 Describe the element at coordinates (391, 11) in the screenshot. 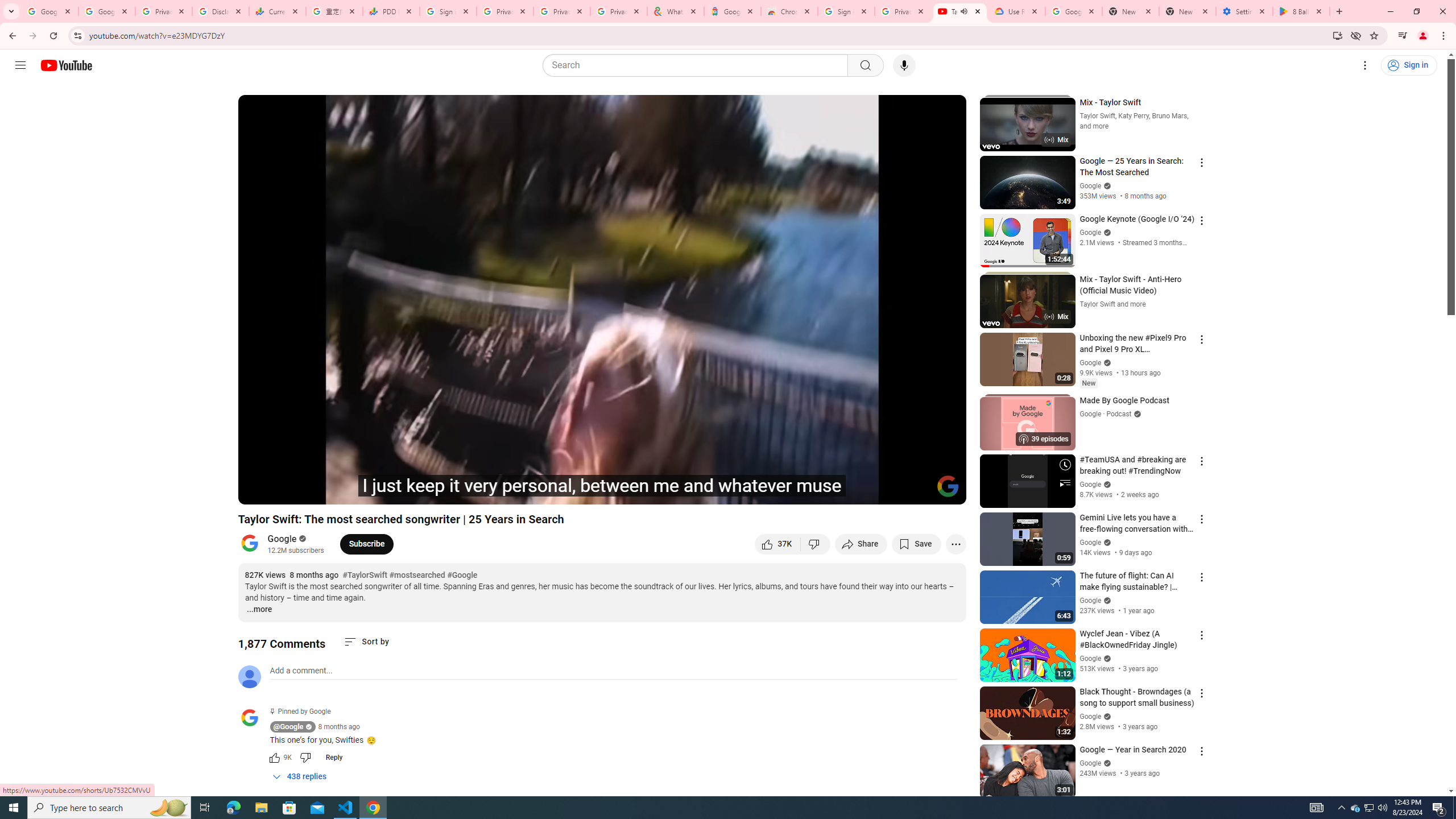

I see `'PDD Holdings Inc - ADR (PDD) Price & News - Google Finance'` at that location.